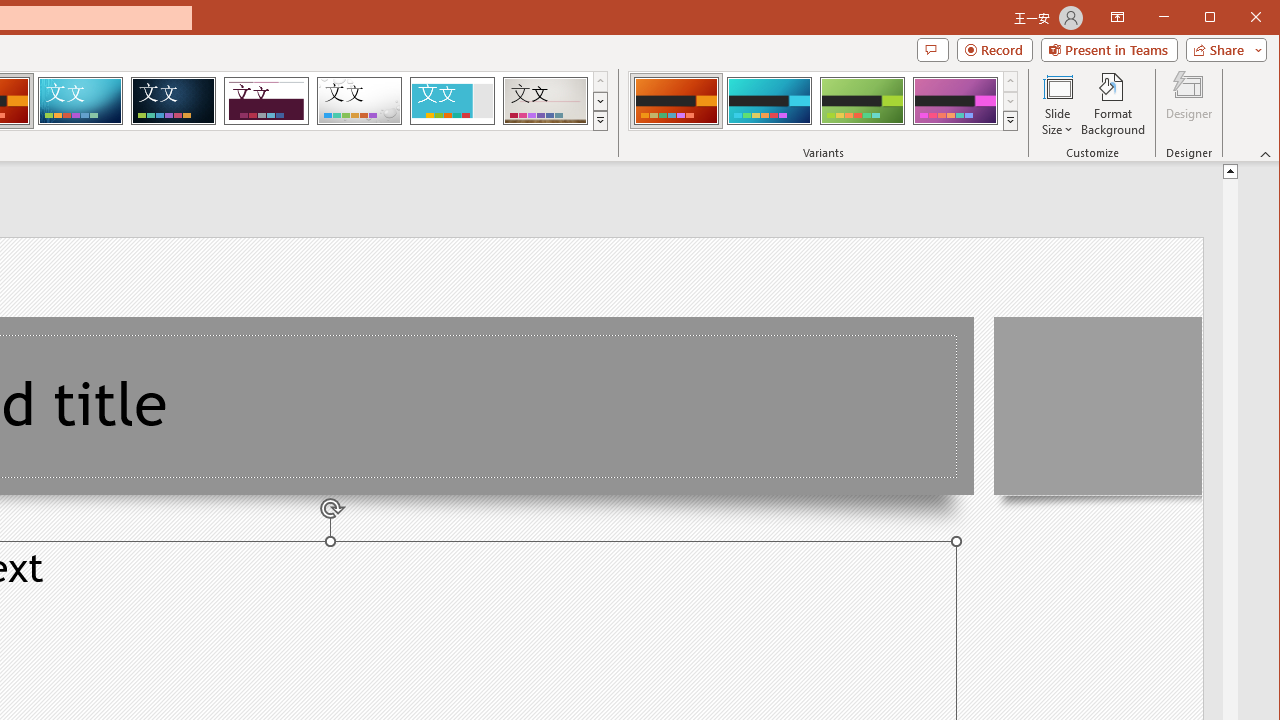 The width and height of the screenshot is (1280, 720). I want to click on 'Damask', so click(173, 100).